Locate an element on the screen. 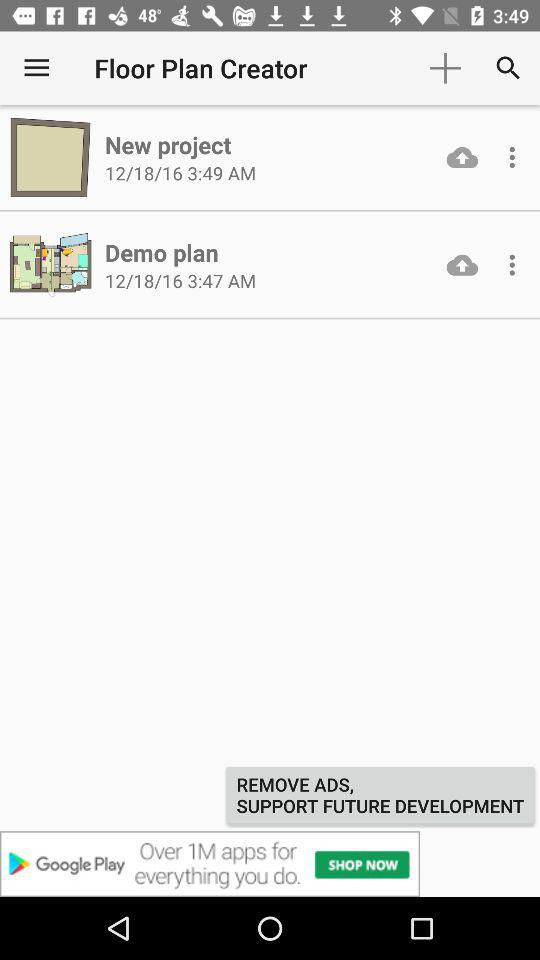  open options menu is located at coordinates (512, 264).